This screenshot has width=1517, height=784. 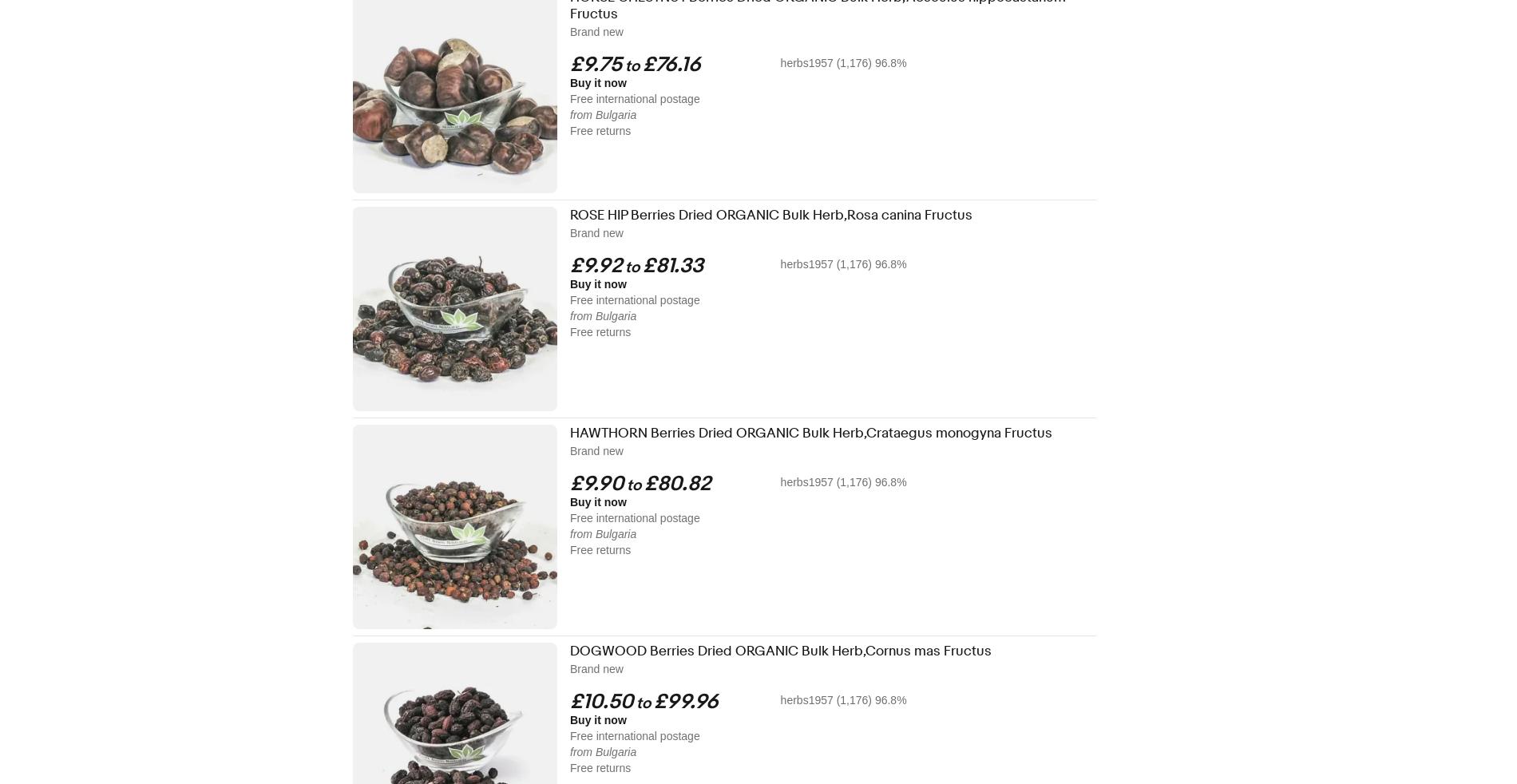 What do you see at coordinates (810, 432) in the screenshot?
I see `'HAWTHORN Berries Dried ORGANIC Bulk Herb,Crataegus monogyna Fructus'` at bounding box center [810, 432].